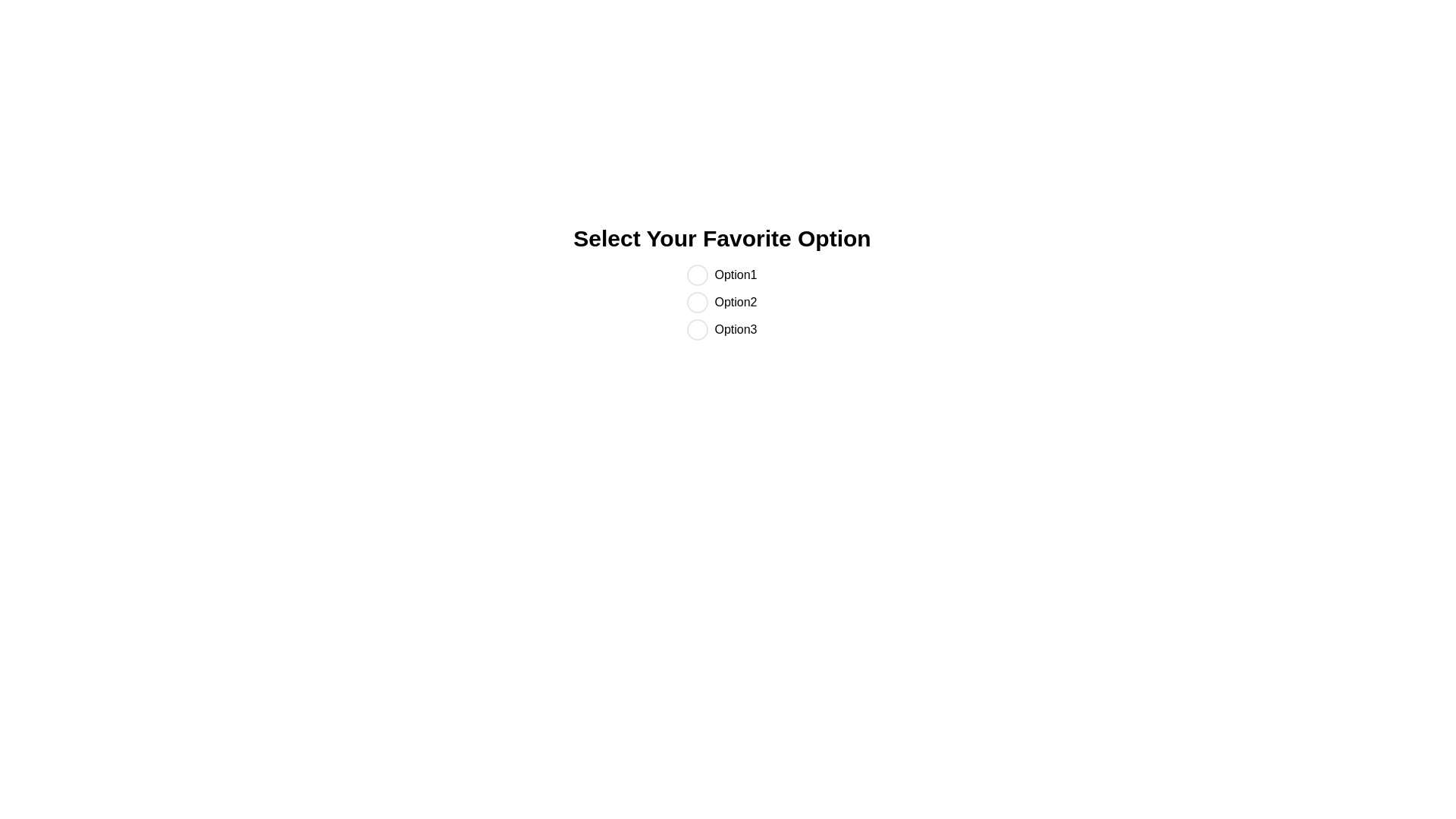 The height and width of the screenshot is (819, 1456). What do you see at coordinates (697, 302) in the screenshot?
I see `the radio button labeled 'Option2'` at bounding box center [697, 302].